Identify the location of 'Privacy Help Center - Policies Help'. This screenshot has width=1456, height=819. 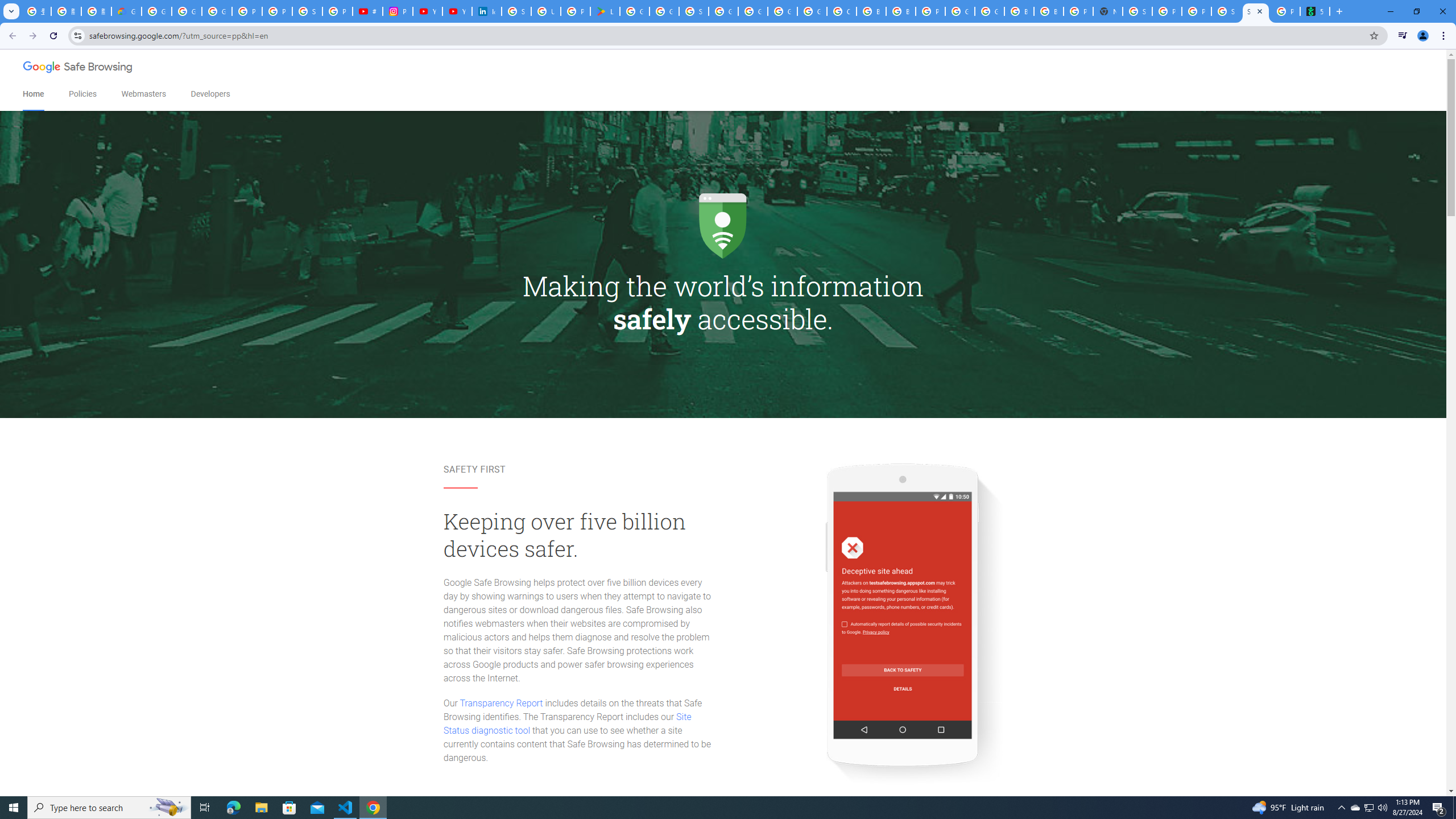
(276, 11).